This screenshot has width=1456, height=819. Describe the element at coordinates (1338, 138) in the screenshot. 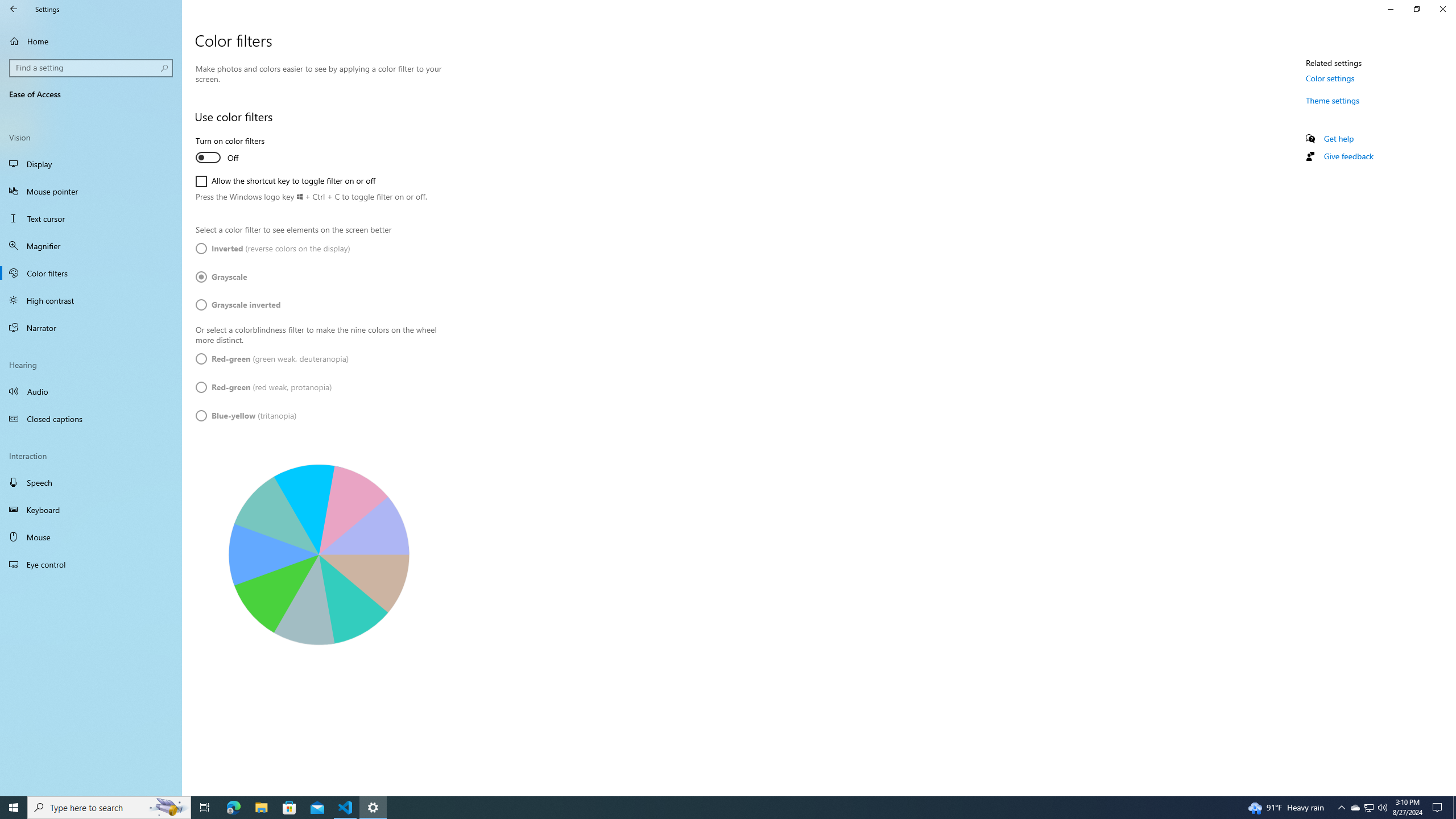

I see `'Get help'` at that location.